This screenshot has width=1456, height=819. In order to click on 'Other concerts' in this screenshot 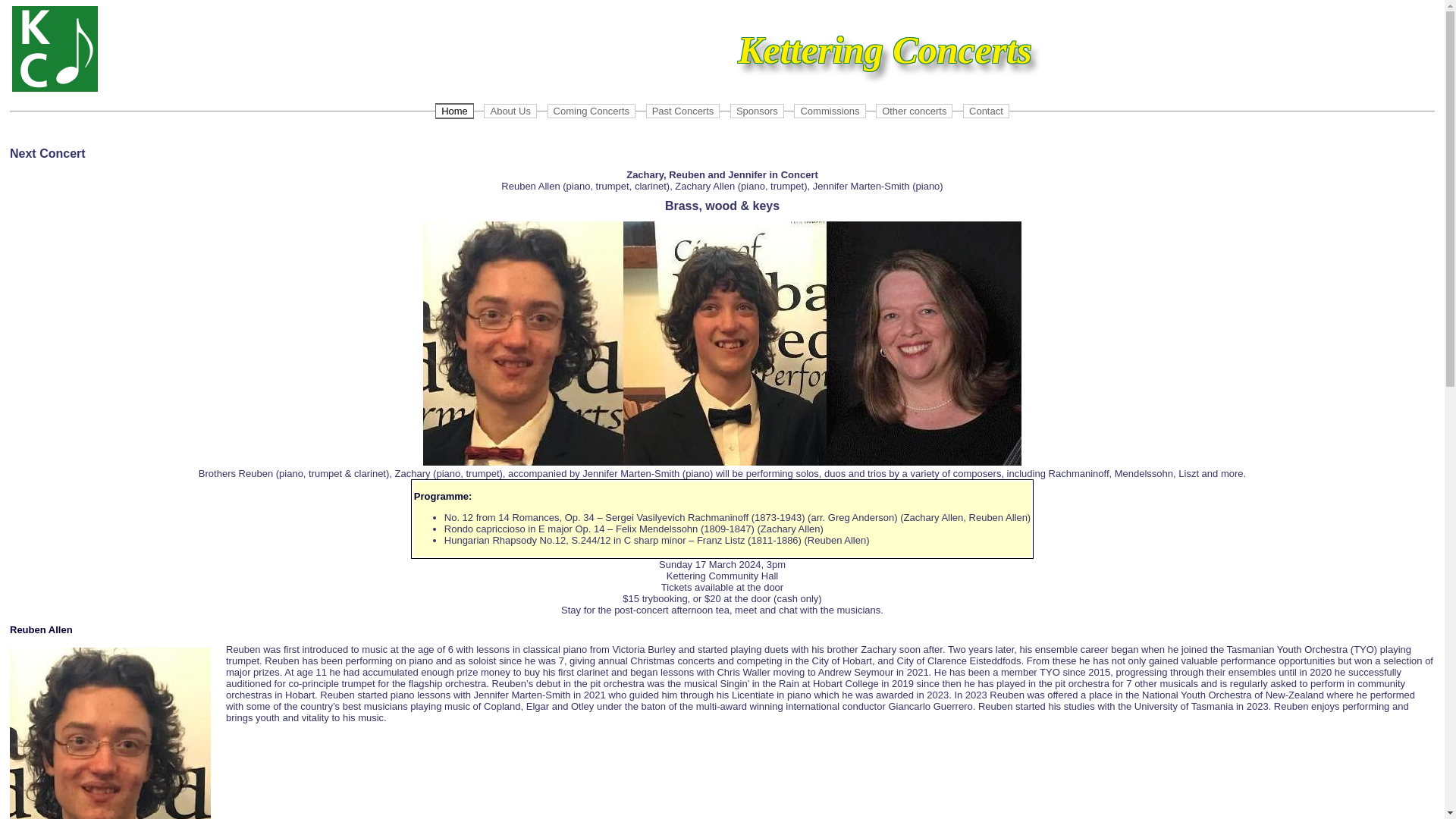, I will do `click(913, 110)`.